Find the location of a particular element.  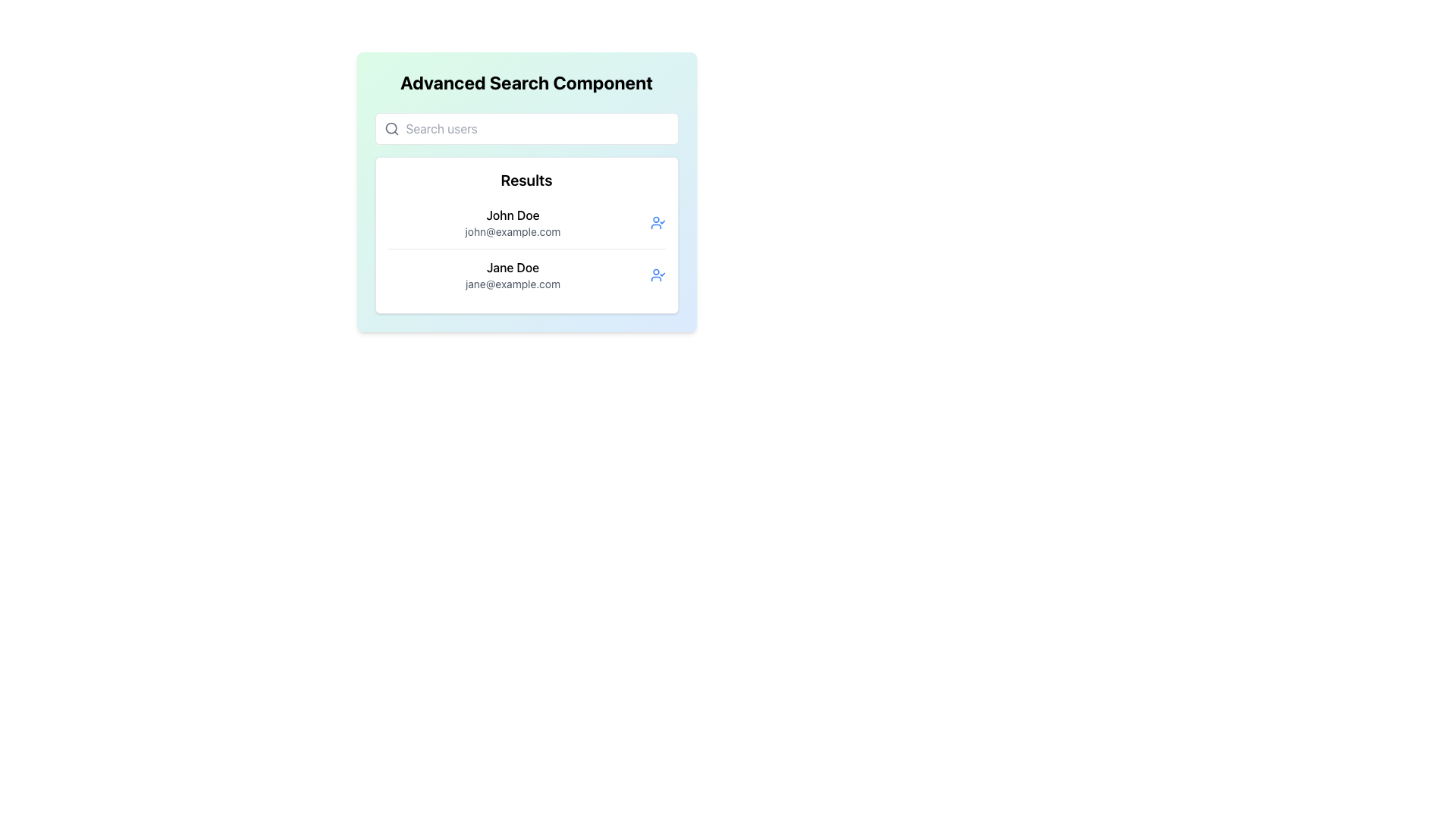

the icon button indicating verified status next to 'John Doe' in the list is located at coordinates (657, 222).